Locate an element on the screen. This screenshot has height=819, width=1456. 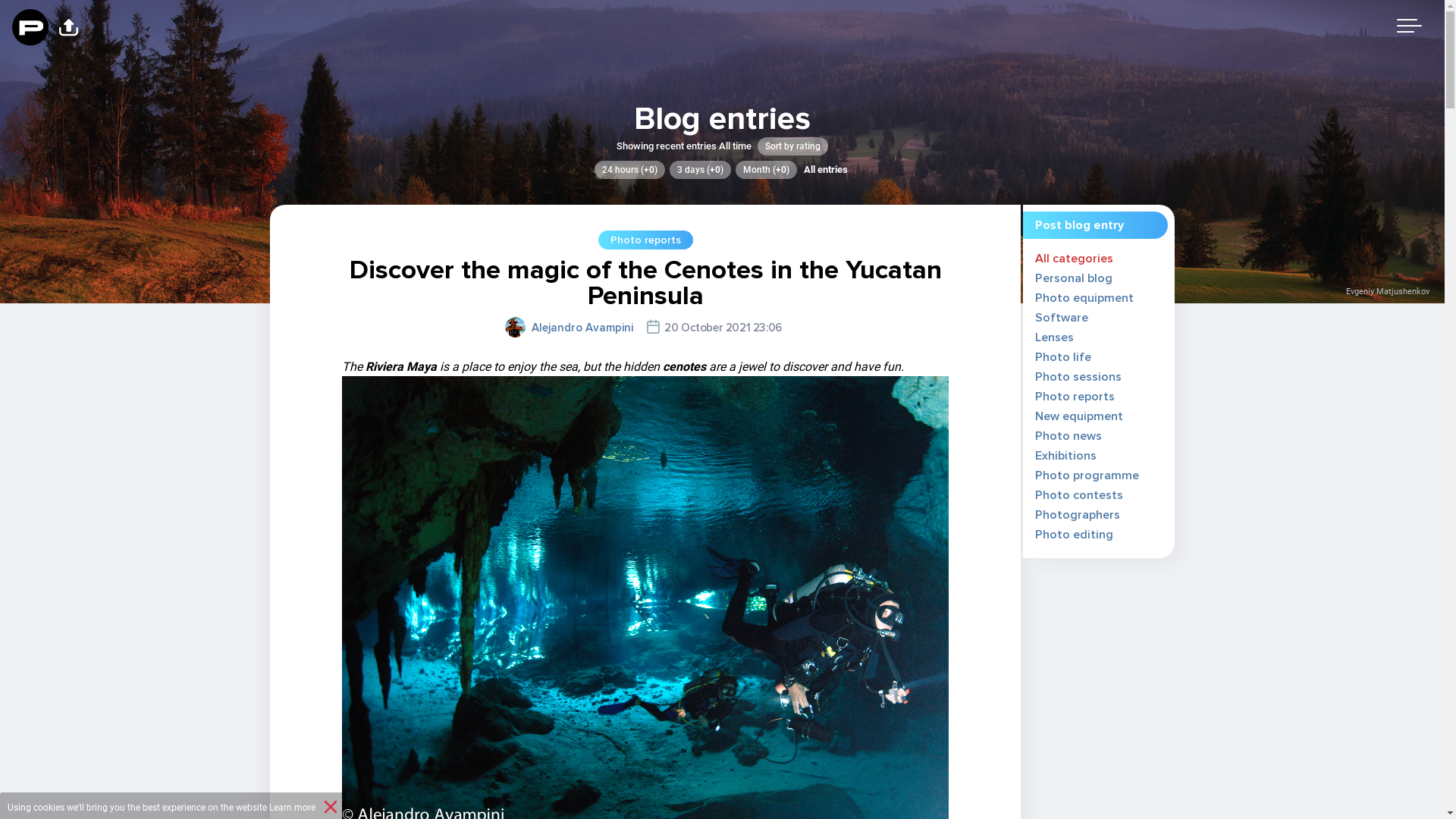
'Photo equipment' is located at coordinates (1084, 298).